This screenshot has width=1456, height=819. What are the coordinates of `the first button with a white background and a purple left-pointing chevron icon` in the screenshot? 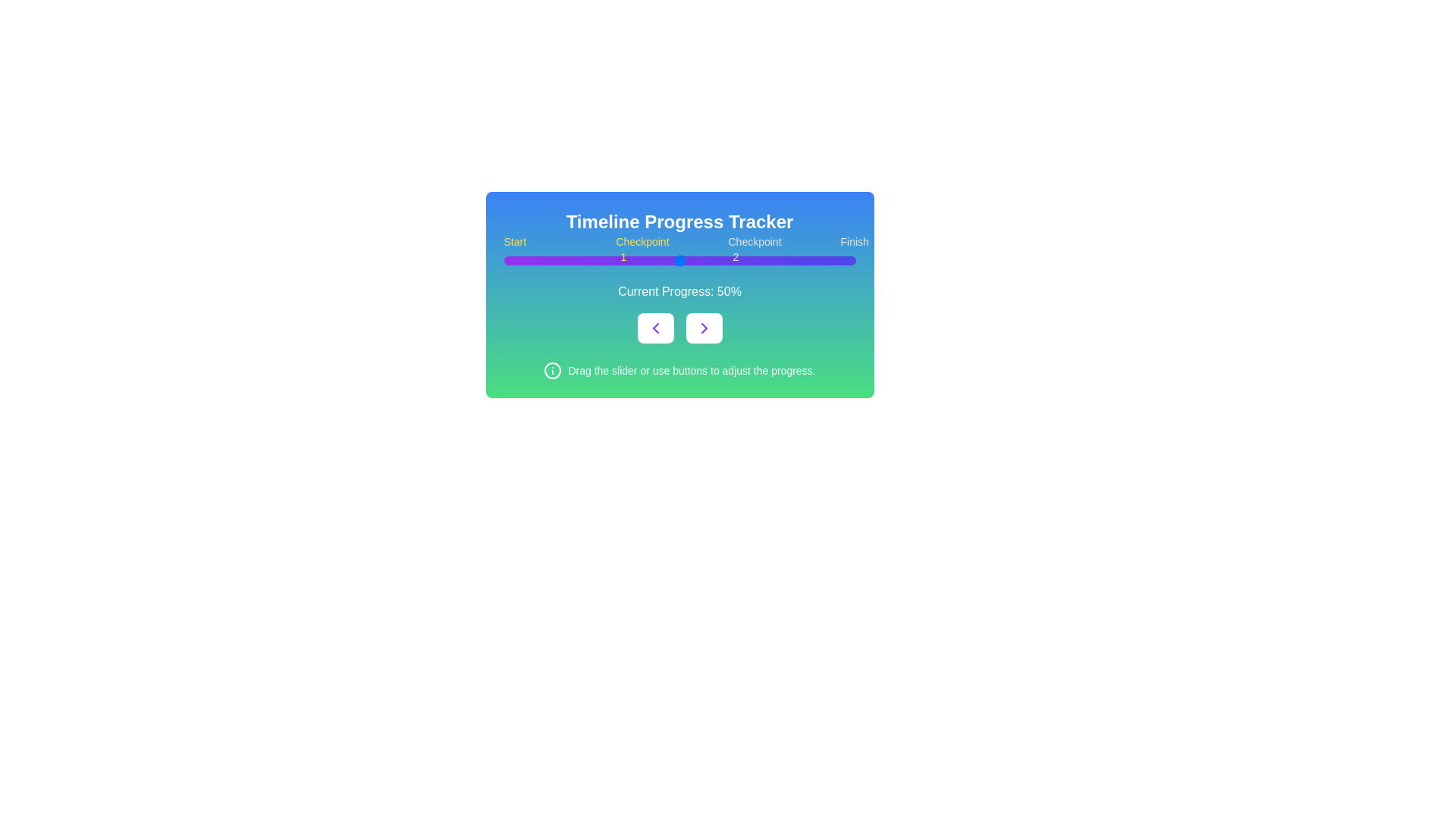 It's located at (655, 327).